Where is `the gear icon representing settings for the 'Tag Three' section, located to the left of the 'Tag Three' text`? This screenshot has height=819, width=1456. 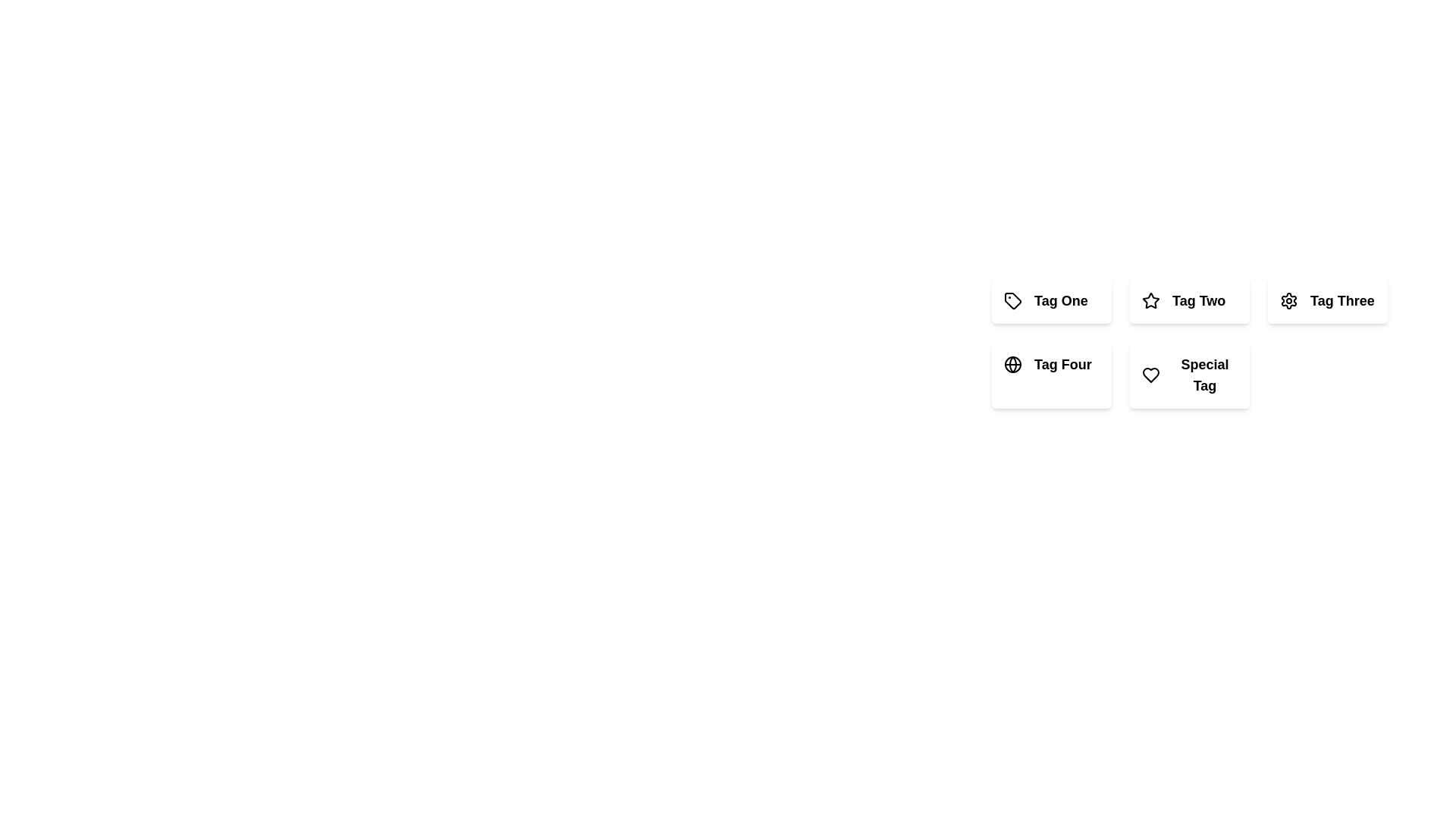
the gear icon representing settings for the 'Tag Three' section, located to the left of the 'Tag Three' text is located at coordinates (1288, 301).